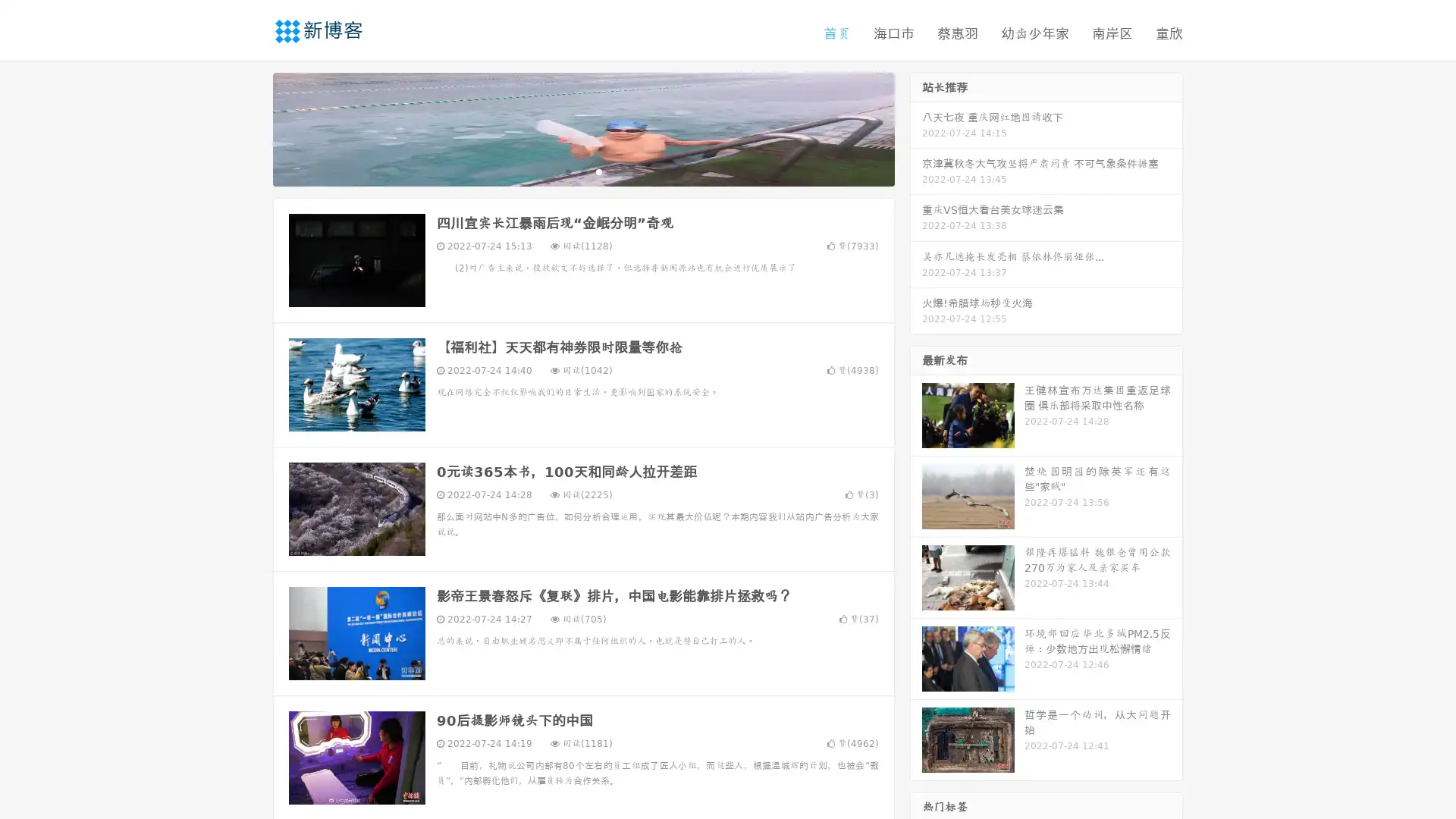 Image resolution: width=1456 pixels, height=819 pixels. Describe the element at coordinates (916, 127) in the screenshot. I see `Next slide` at that location.